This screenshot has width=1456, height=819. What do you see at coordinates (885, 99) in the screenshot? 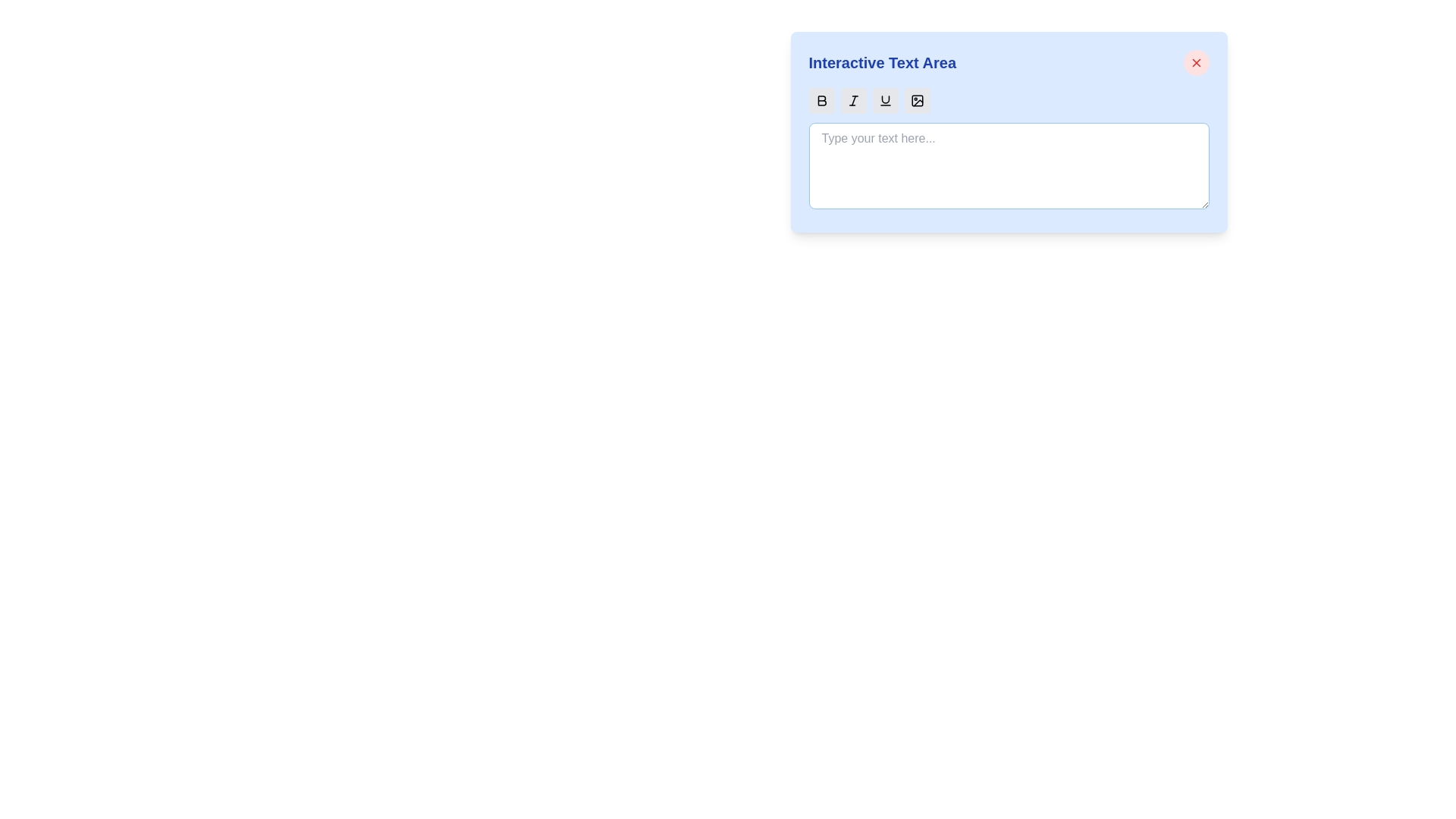
I see `the underline icon located second from the left in the top toolbar of the blue box titled 'Interactive Text Area'` at bounding box center [885, 99].